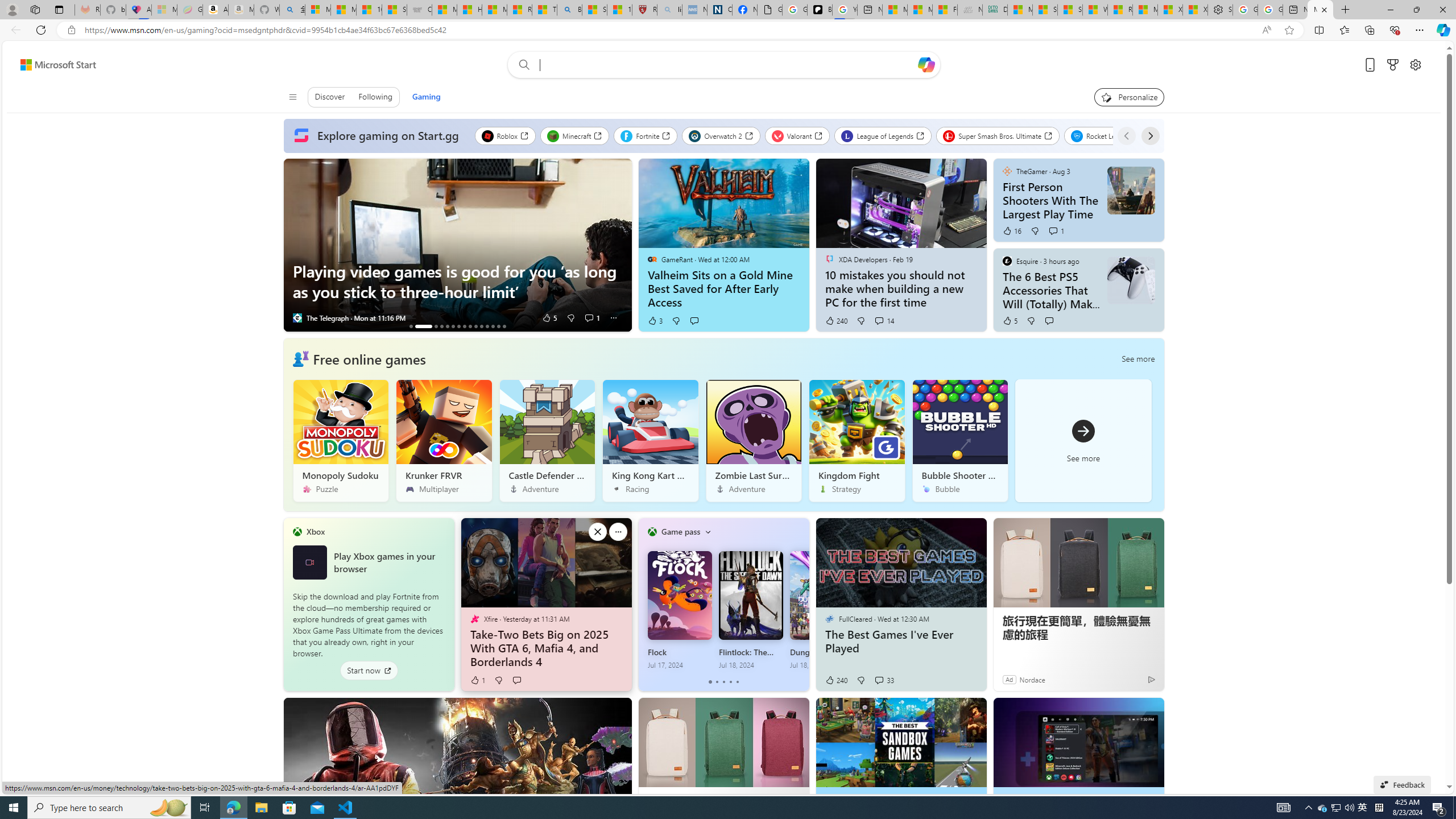 The image size is (1456, 819). Describe the element at coordinates (296, 318) in the screenshot. I see `'The Telegraph'` at that location.